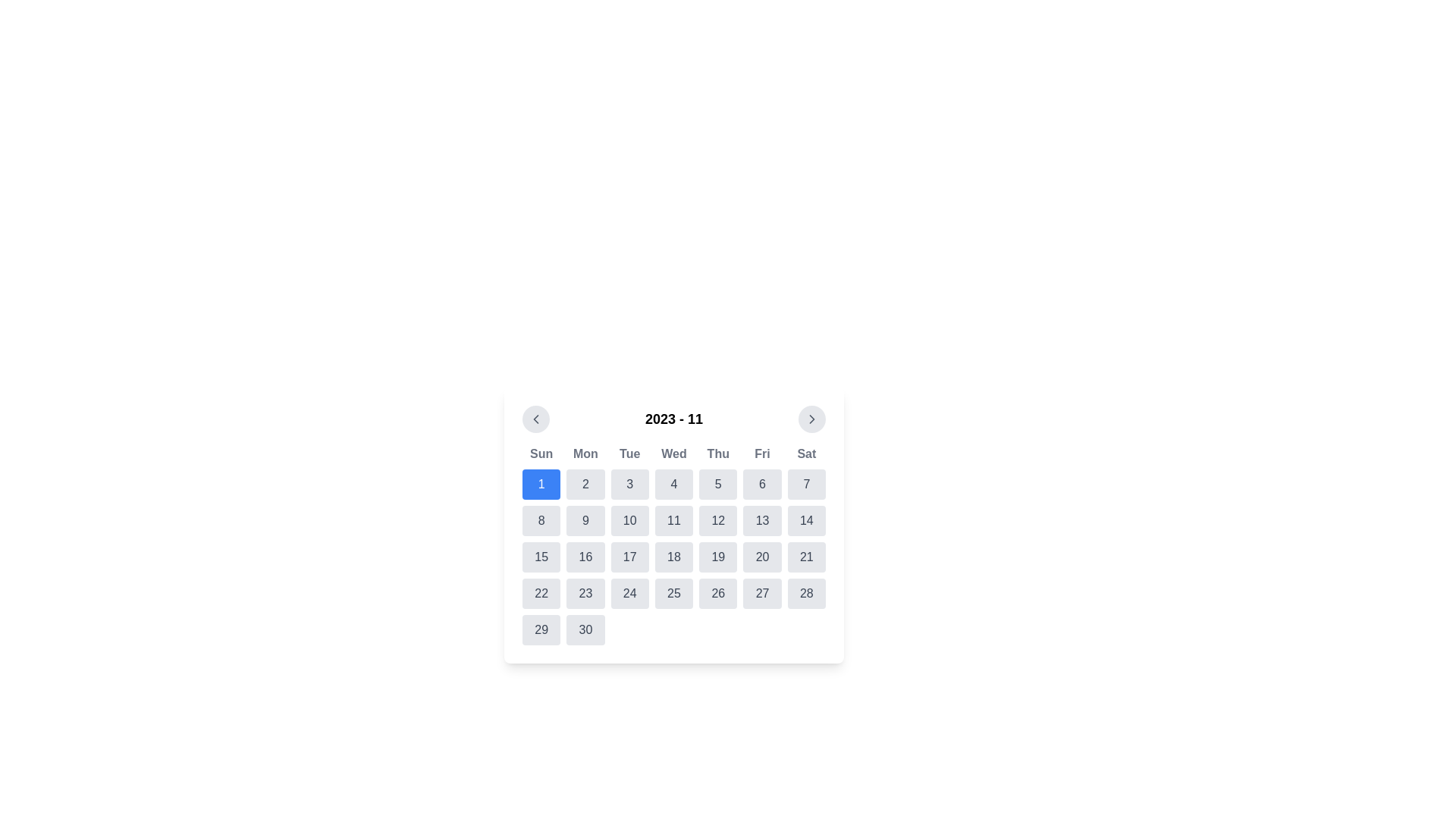 This screenshot has height=819, width=1456. What do you see at coordinates (541, 593) in the screenshot?
I see `the selectable day button representing the 22nd day of the month in the calendar` at bounding box center [541, 593].